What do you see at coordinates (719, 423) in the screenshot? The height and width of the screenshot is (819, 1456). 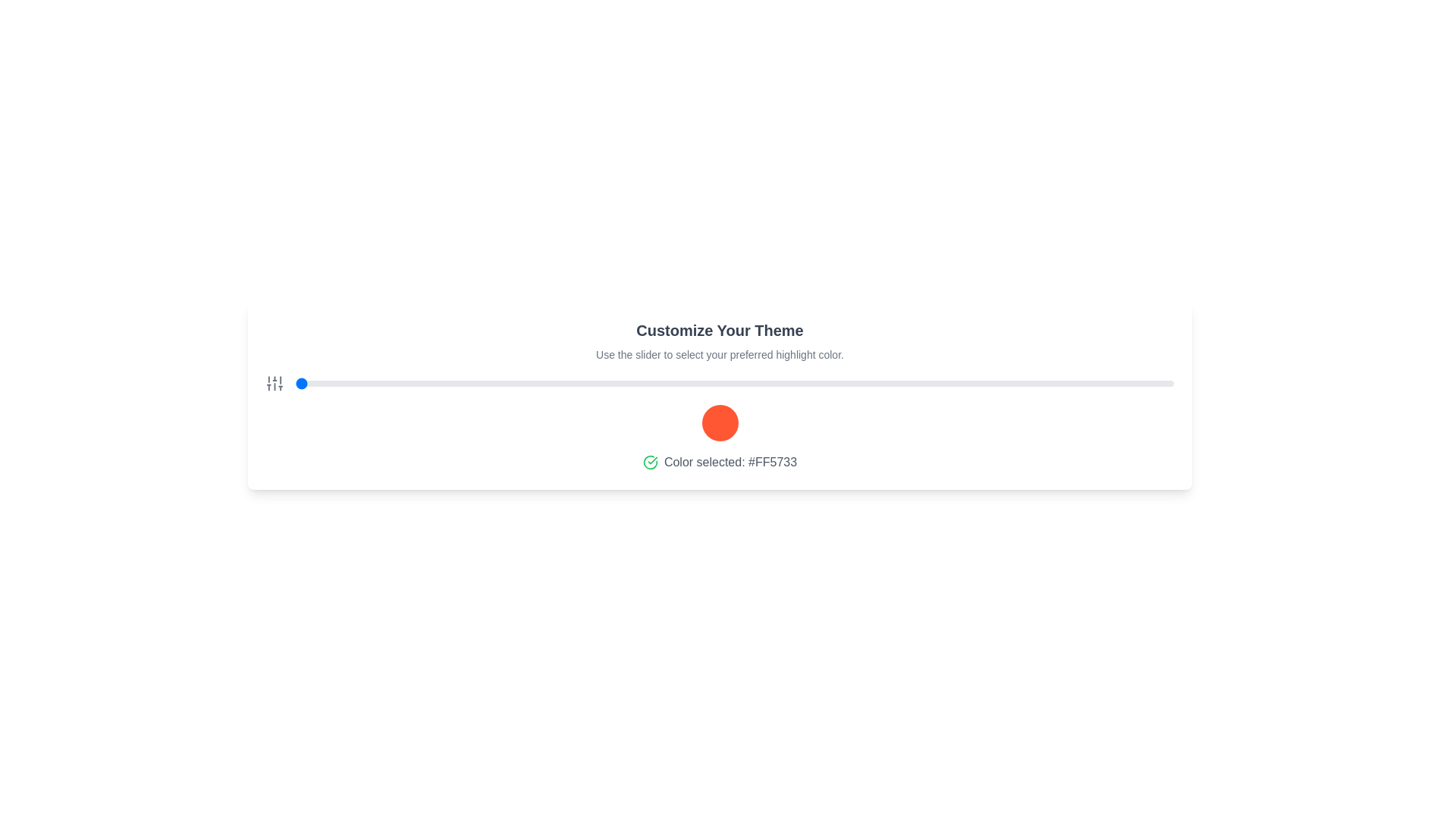 I see `the Color Preview Circle that visually represents the selected color in the theme customization tool, located below the slider and above the text 'Color selected: #FF5733'` at bounding box center [719, 423].